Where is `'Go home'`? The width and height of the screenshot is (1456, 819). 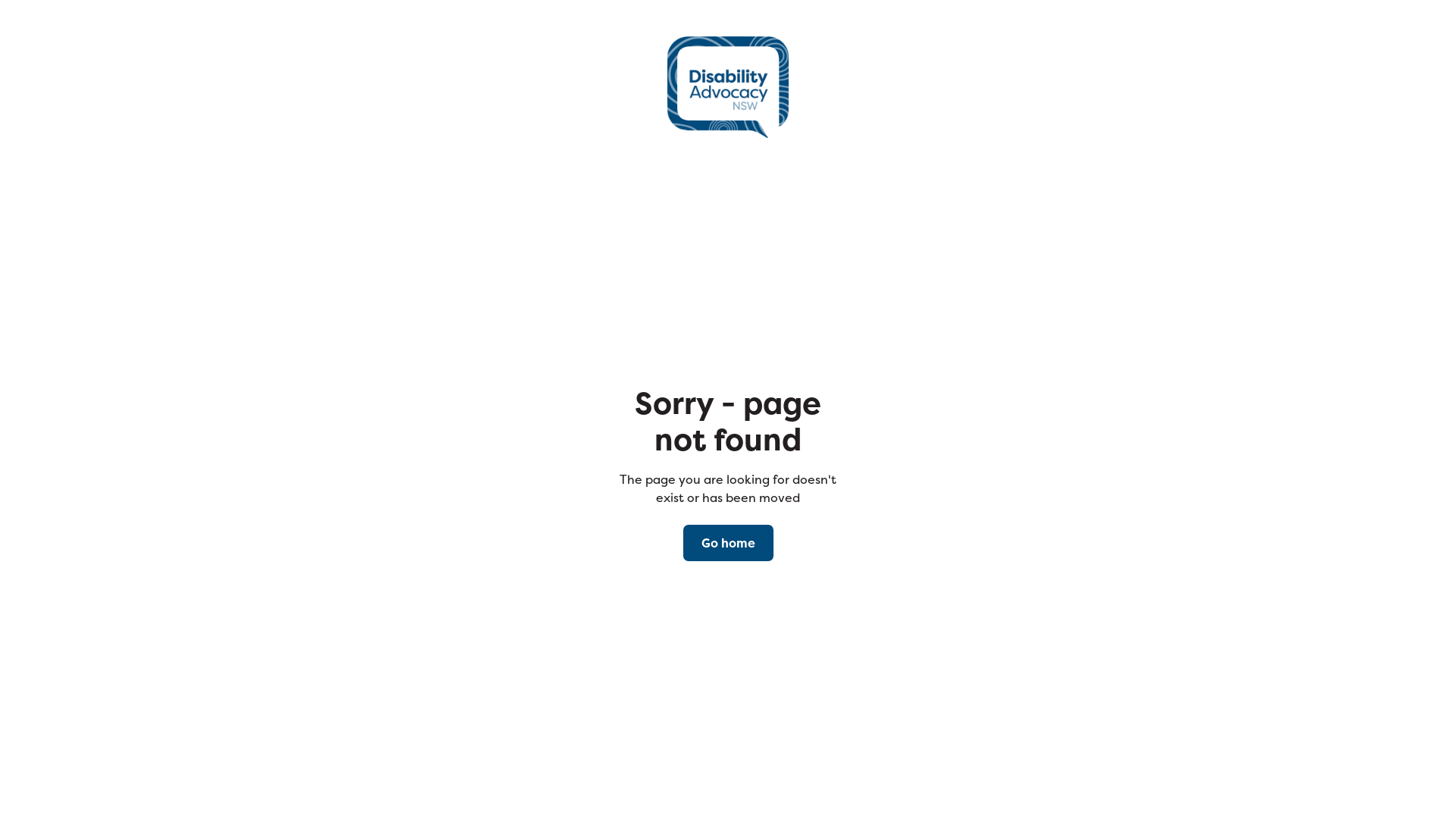 'Go home' is located at coordinates (726, 542).